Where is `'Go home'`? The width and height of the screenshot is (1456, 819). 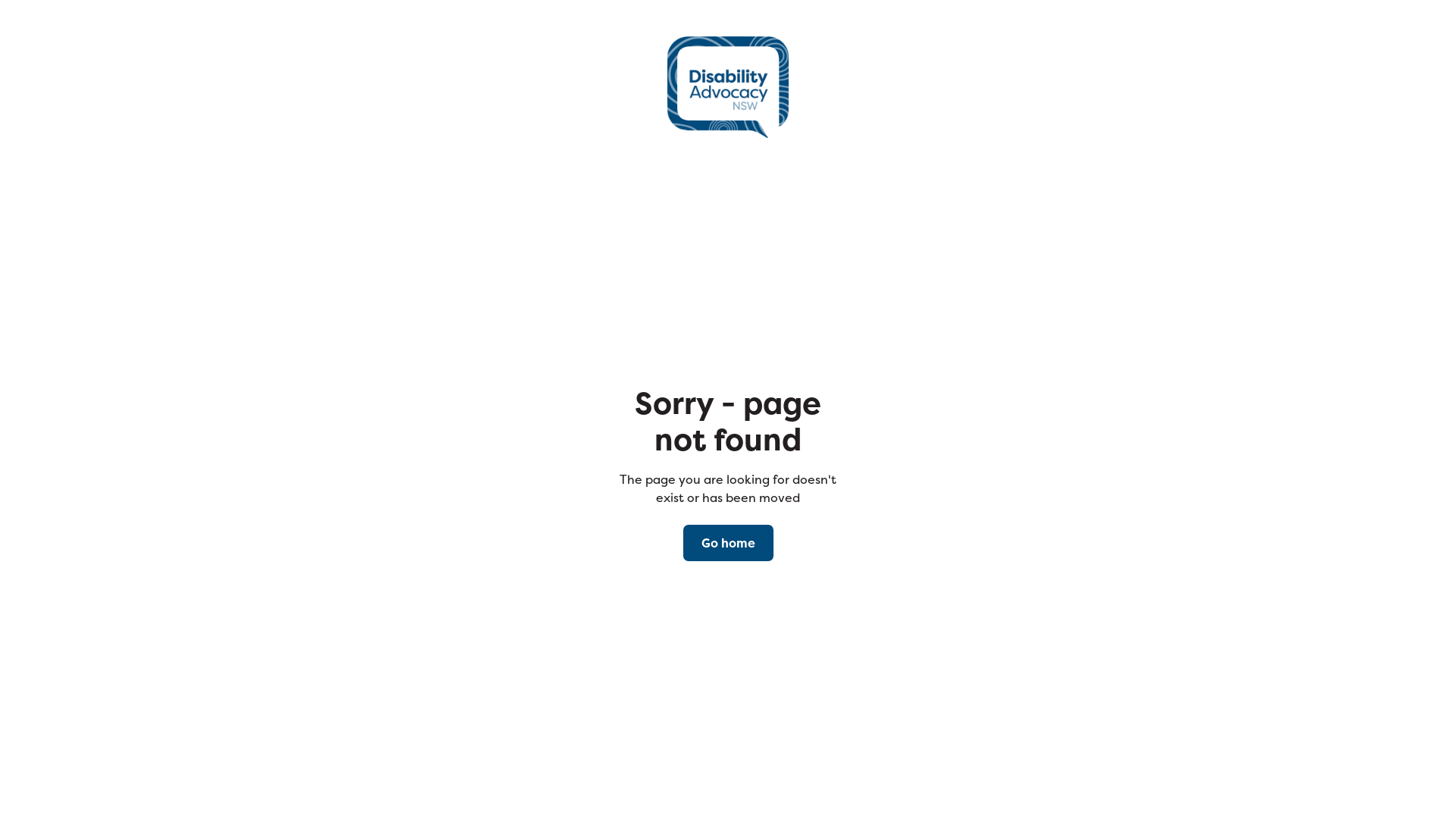 'Go home' is located at coordinates (726, 542).